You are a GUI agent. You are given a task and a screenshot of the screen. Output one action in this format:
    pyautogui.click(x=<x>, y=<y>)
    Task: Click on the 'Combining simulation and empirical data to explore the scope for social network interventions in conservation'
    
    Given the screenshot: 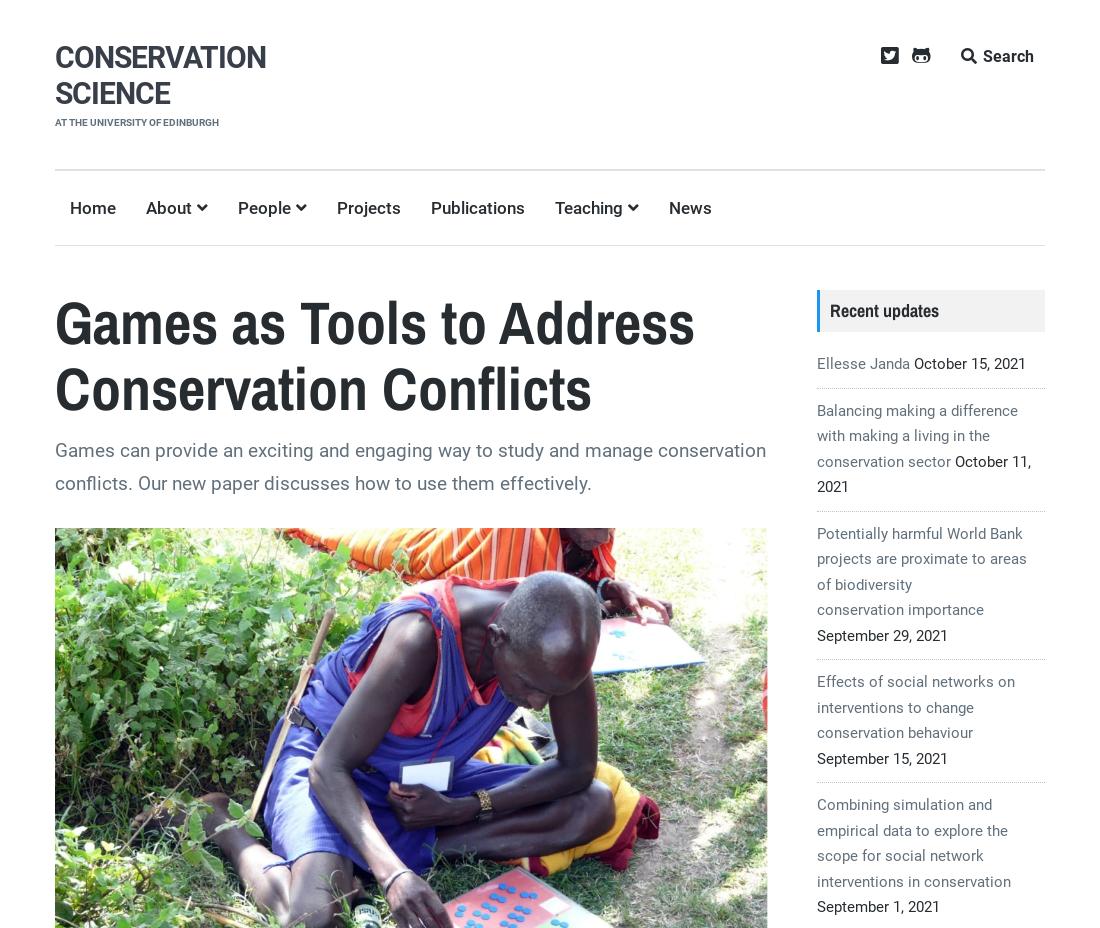 What is the action you would take?
    pyautogui.click(x=913, y=842)
    